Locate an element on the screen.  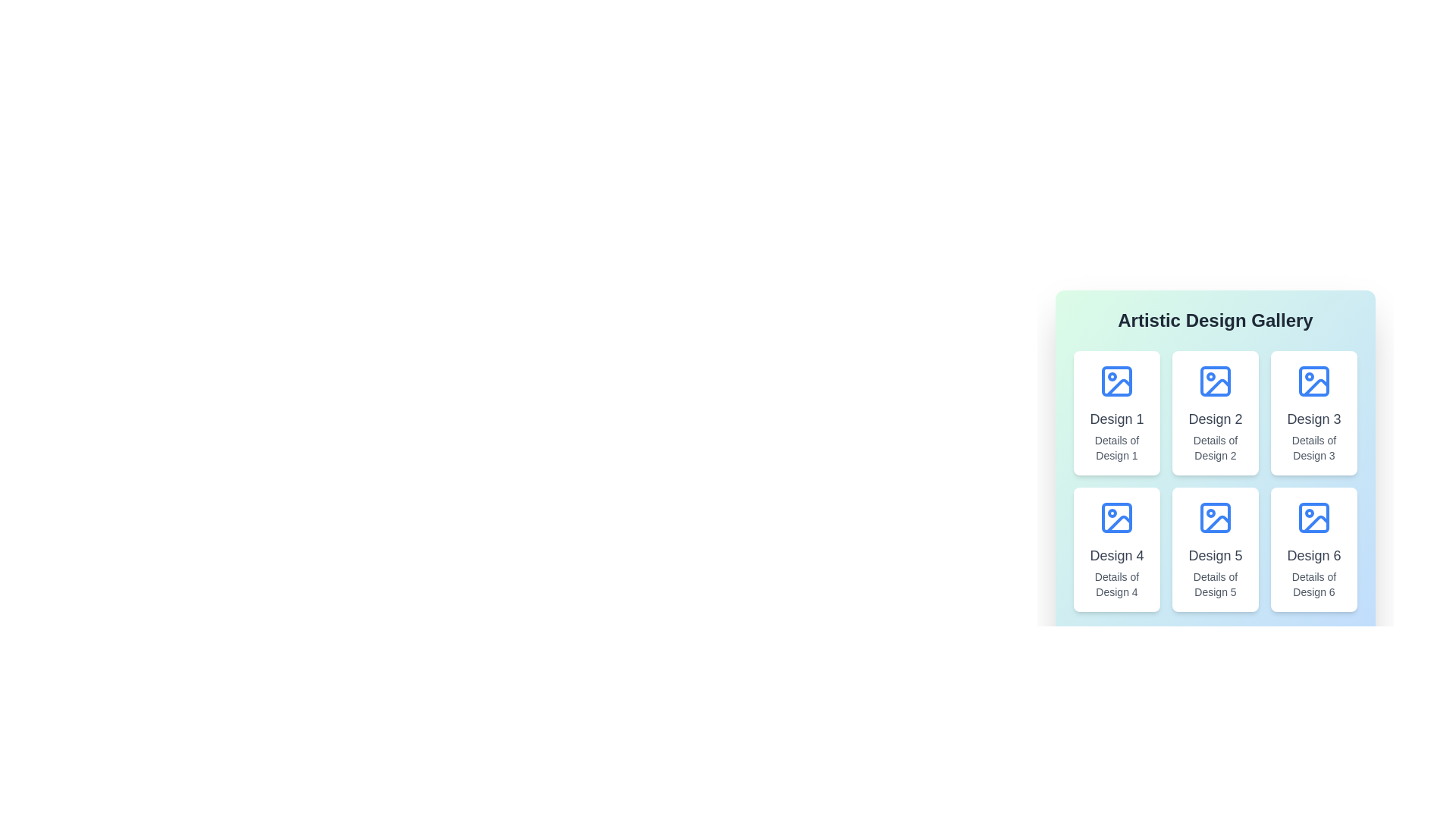
the card representing 'Design 2', which is located in the second column of the first row within a 3-column grid layout, to interact with it is located at coordinates (1216, 413).